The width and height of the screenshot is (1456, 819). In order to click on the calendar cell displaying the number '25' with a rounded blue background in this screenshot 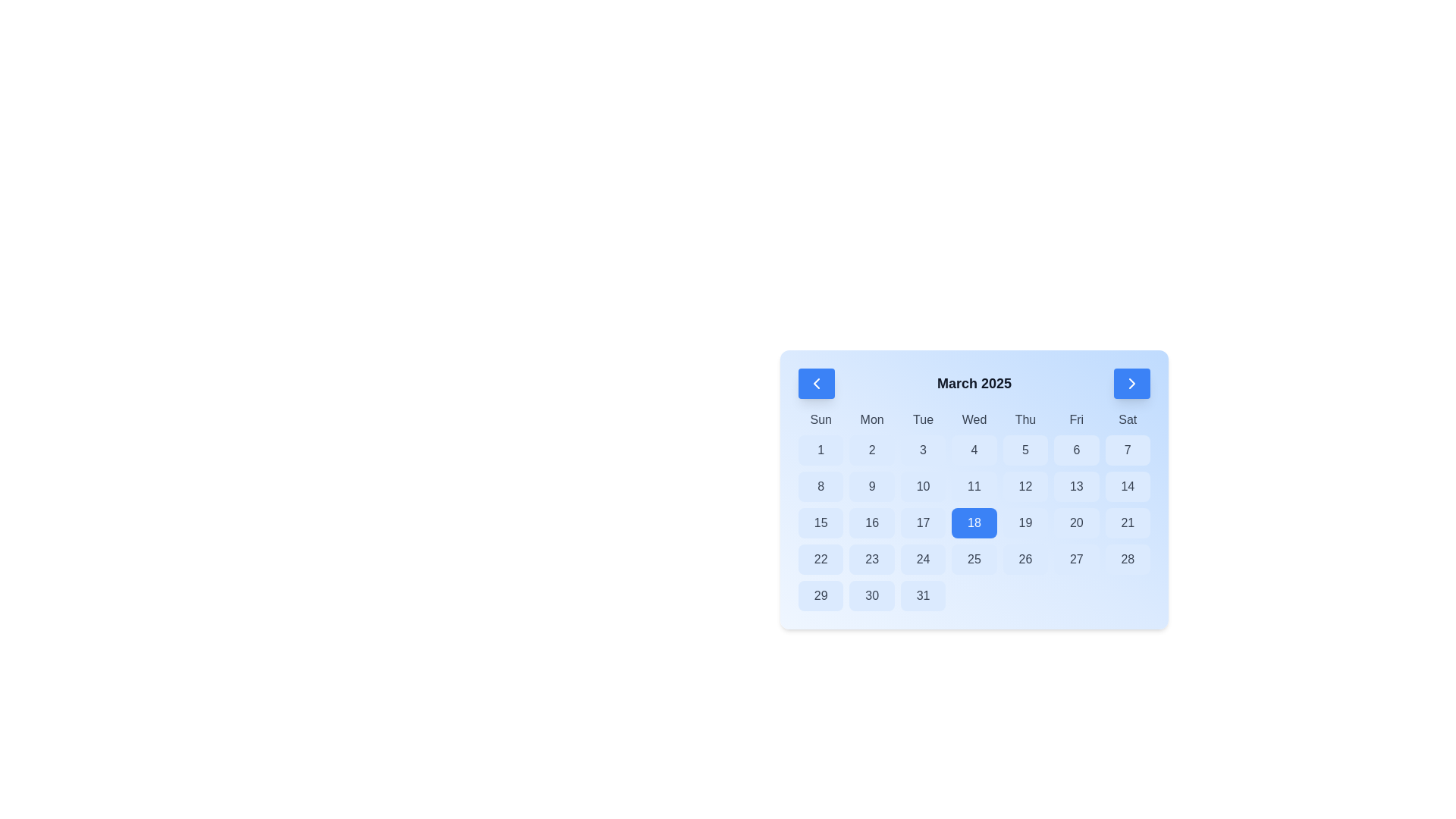, I will do `click(974, 559)`.